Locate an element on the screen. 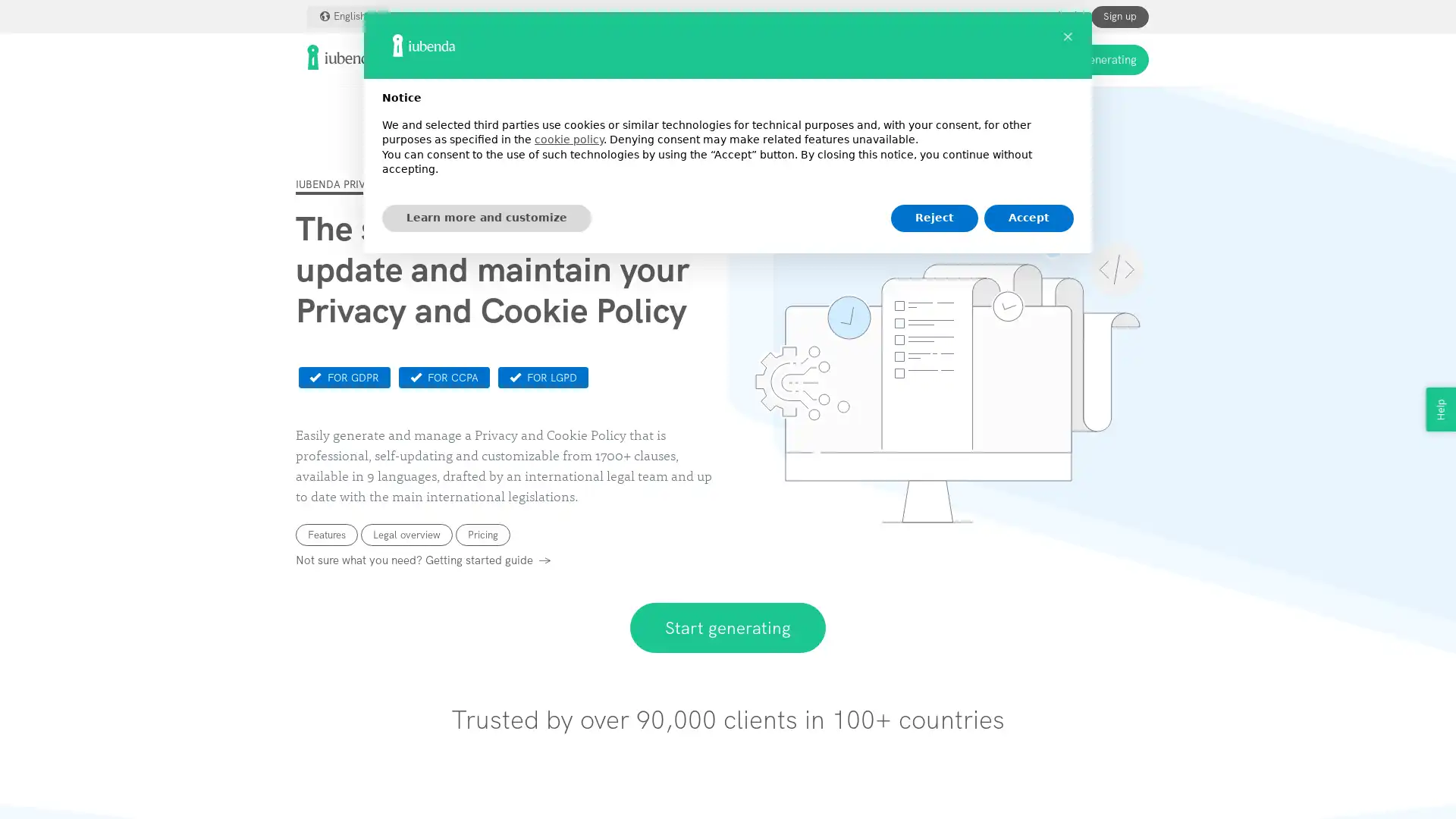  Learn more and customize is located at coordinates (487, 217).